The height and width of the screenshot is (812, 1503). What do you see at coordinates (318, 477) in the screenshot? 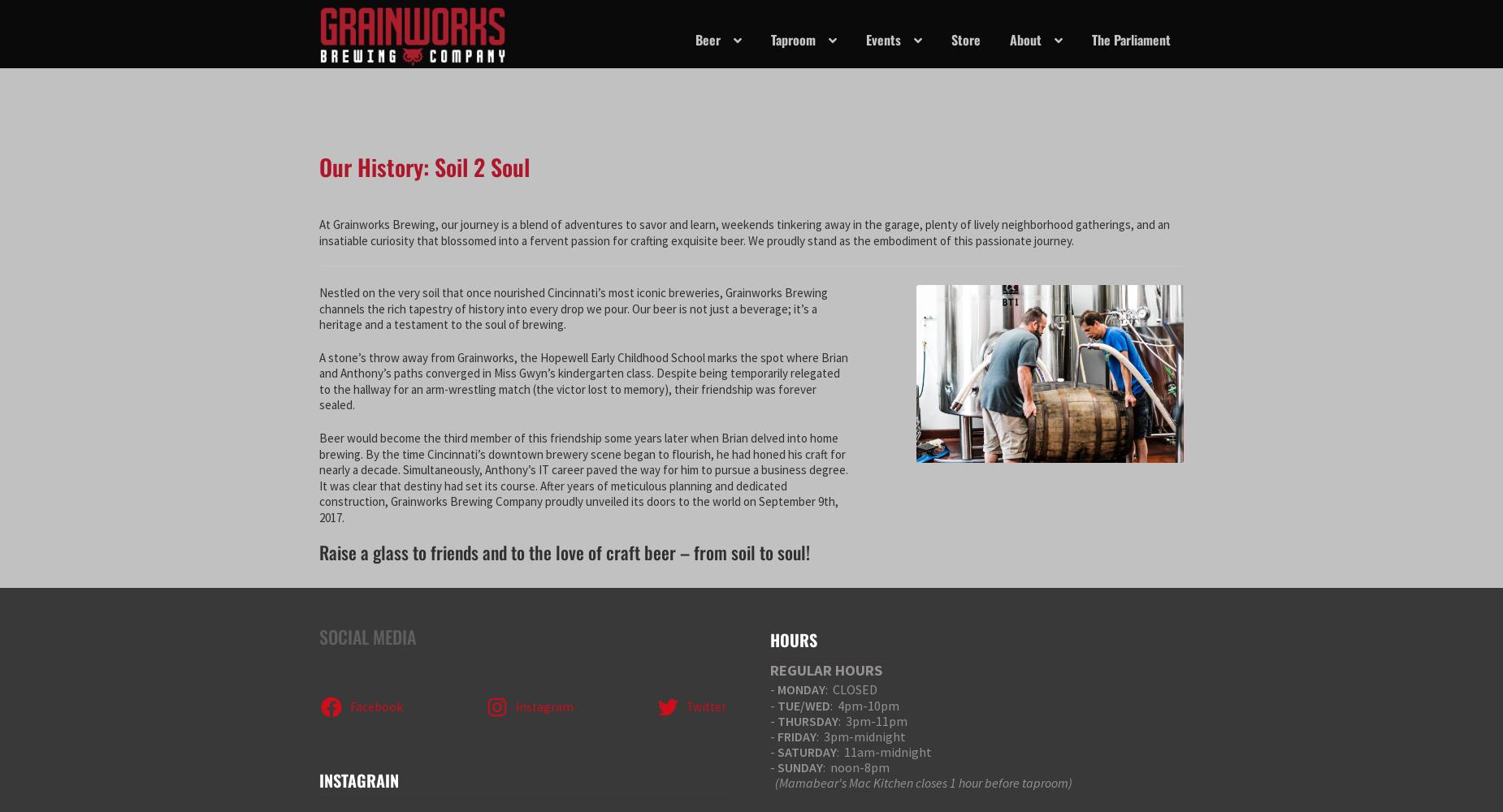
I see `'Beer would become the third member of this friendship some years later when Brian delved into home brewing. By the time Cincinnati’s downtown brewery scene began to flourish, he had honed his craft for nearly a decade. Simultaneously, Anthony’s IT career paved the way for him to pursue a business degree. It was clear that destiny had set its course. After years of meticulous planning and dedicated construction, Grainworks Brewing Company proudly unveiled its doors to the world on September 9th, 2017.'` at bounding box center [318, 477].